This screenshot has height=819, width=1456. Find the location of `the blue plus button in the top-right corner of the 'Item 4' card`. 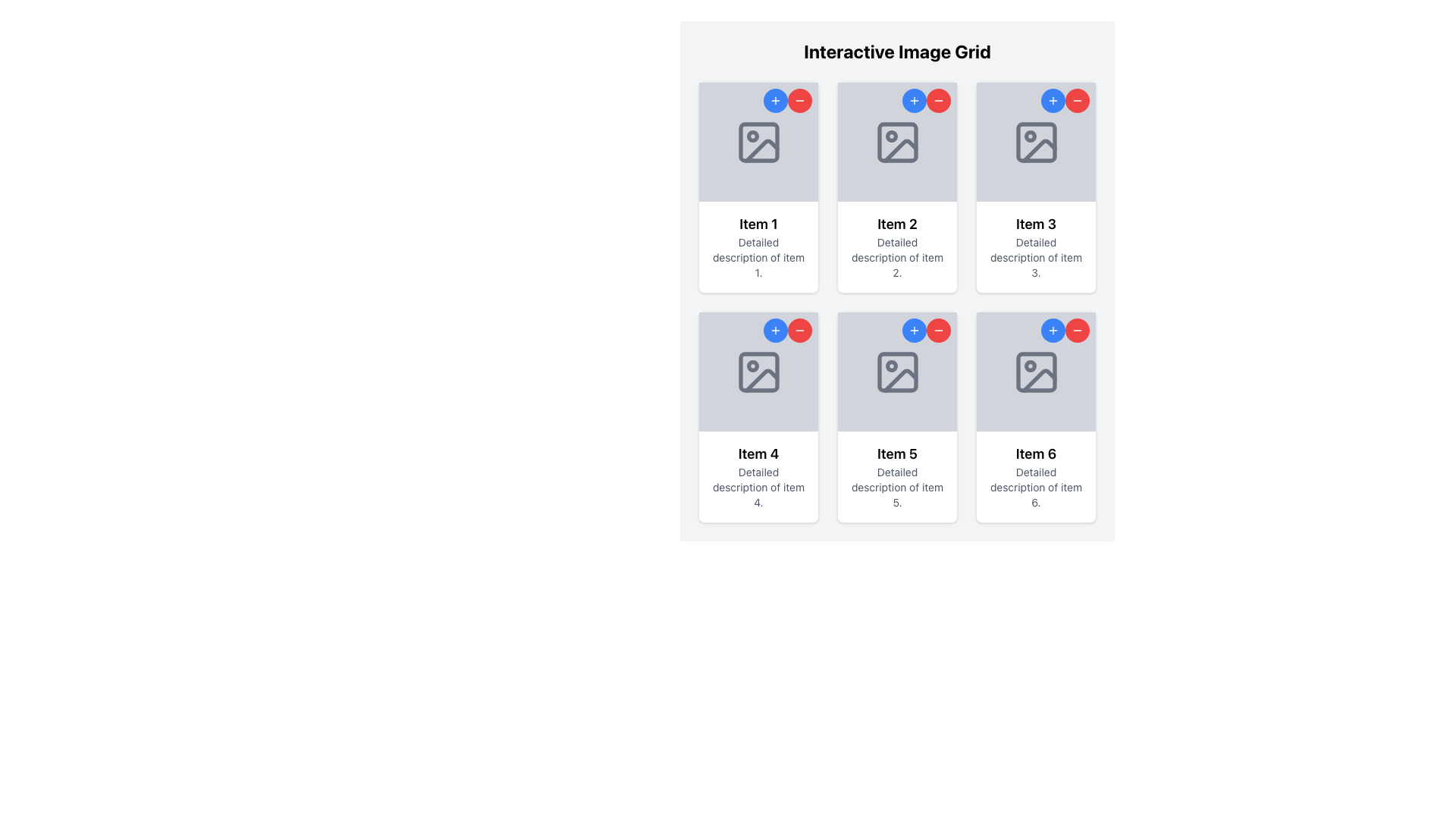

the blue plus button in the top-right corner of the 'Item 4' card is located at coordinates (787, 329).